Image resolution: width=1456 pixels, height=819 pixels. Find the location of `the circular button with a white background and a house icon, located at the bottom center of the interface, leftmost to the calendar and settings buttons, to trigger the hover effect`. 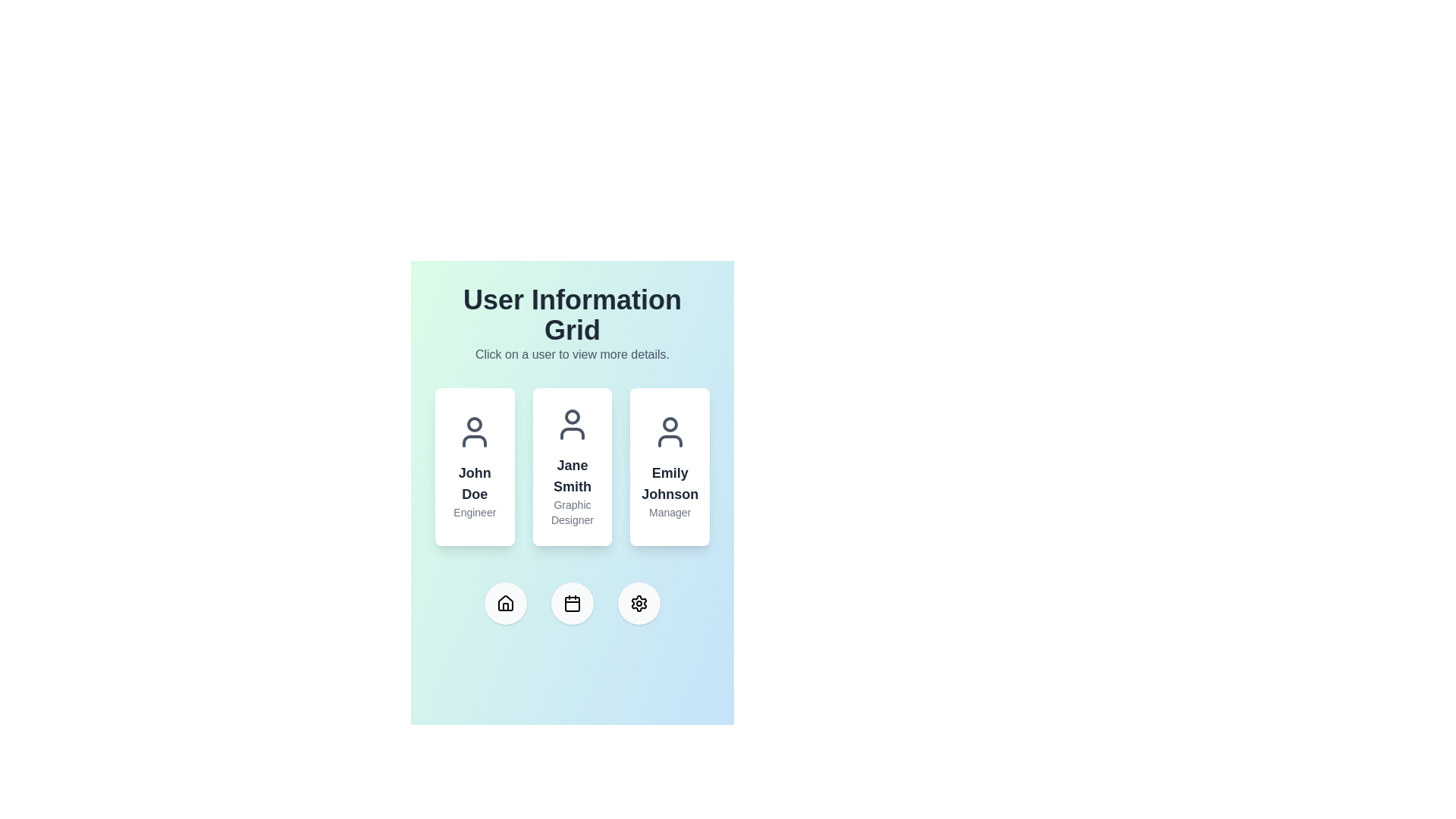

the circular button with a white background and a house icon, located at the bottom center of the interface, leftmost to the calendar and settings buttons, to trigger the hover effect is located at coordinates (506, 602).